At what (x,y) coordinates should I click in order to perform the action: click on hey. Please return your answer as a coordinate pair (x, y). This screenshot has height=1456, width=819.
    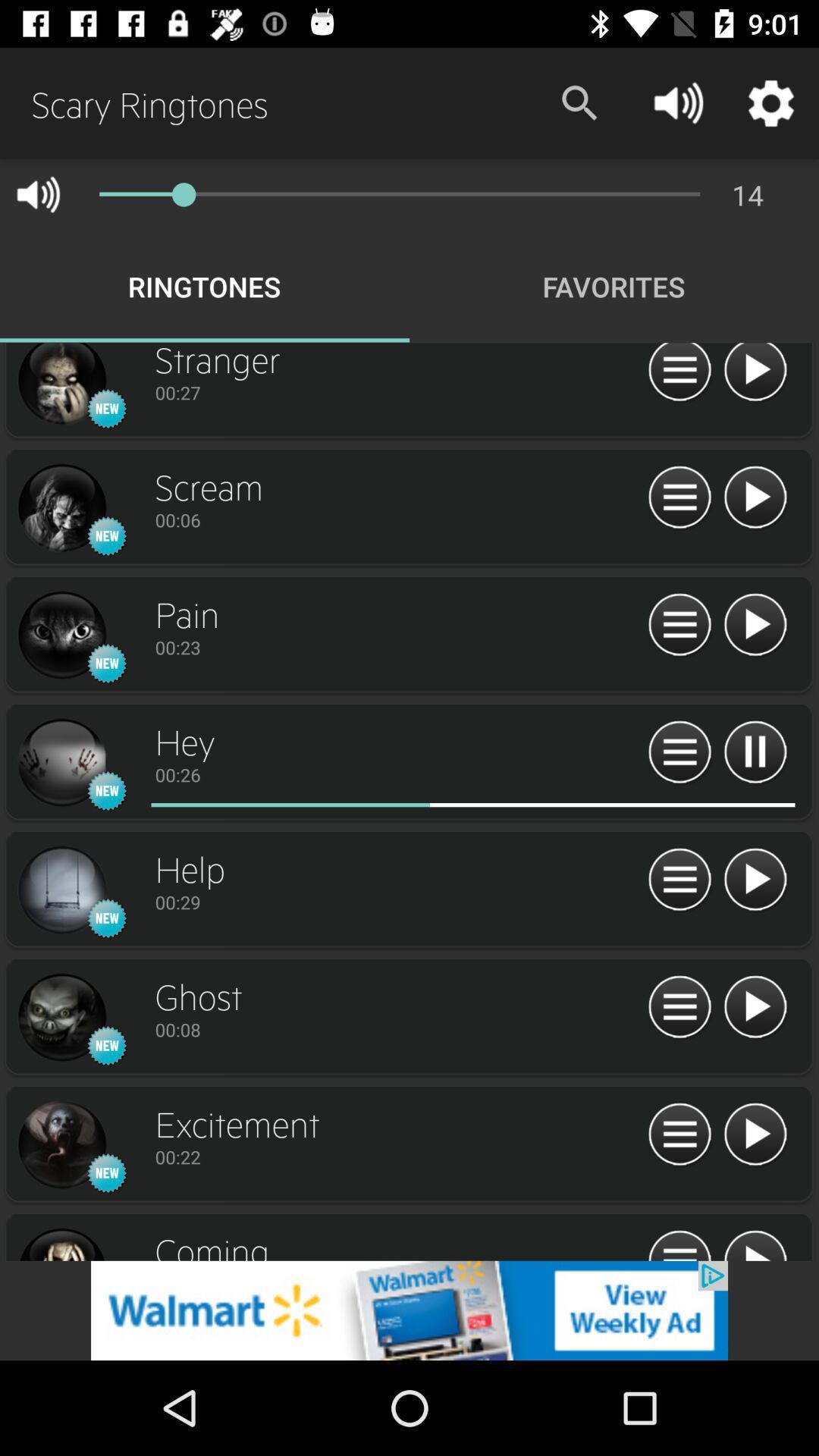
    Looking at the image, I should click on (61, 763).